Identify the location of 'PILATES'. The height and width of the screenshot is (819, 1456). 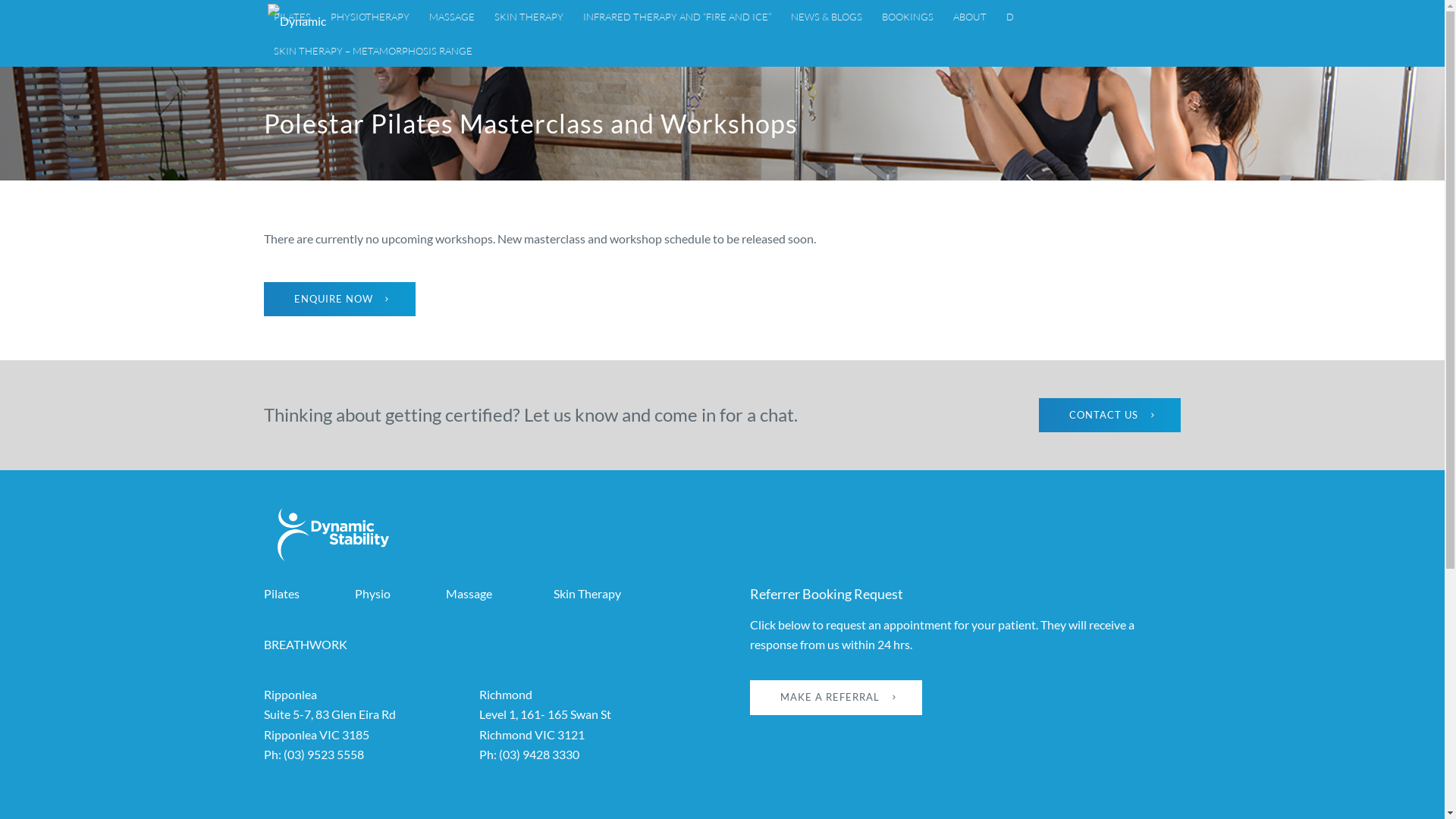
(292, 17).